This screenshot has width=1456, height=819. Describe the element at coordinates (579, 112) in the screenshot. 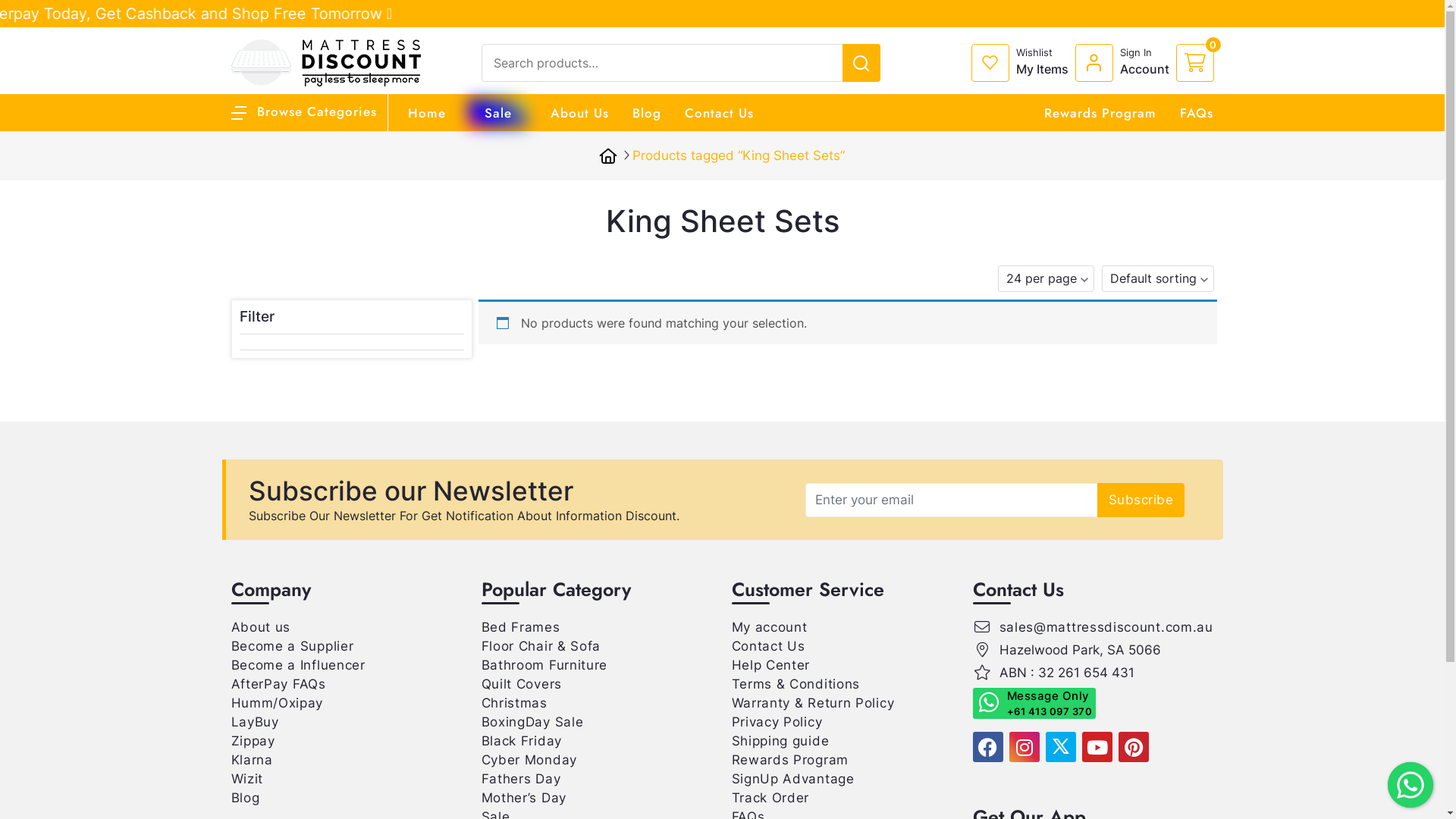

I see `'About Us'` at that location.